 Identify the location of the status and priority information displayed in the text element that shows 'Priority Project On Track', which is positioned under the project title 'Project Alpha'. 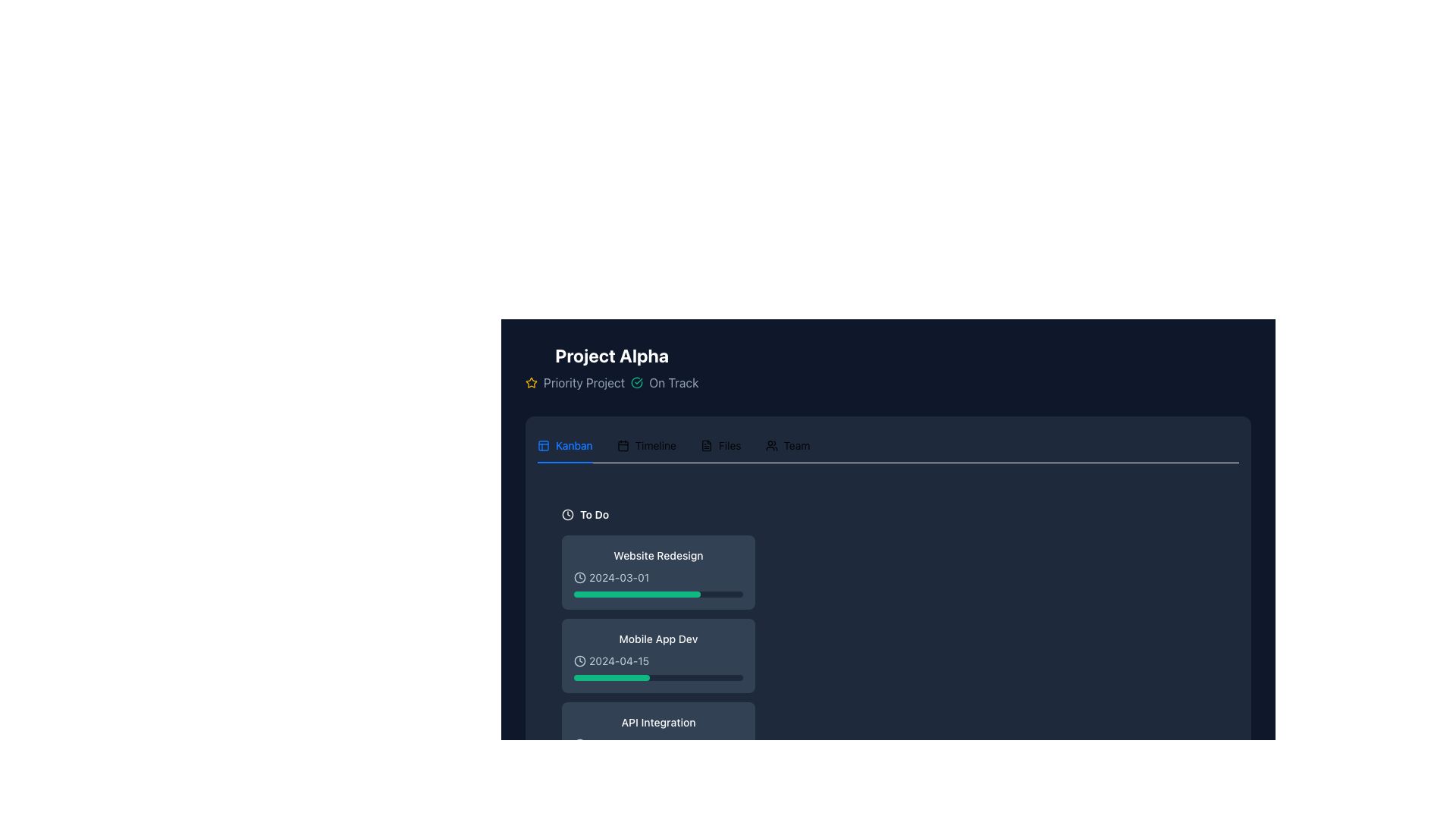
(612, 382).